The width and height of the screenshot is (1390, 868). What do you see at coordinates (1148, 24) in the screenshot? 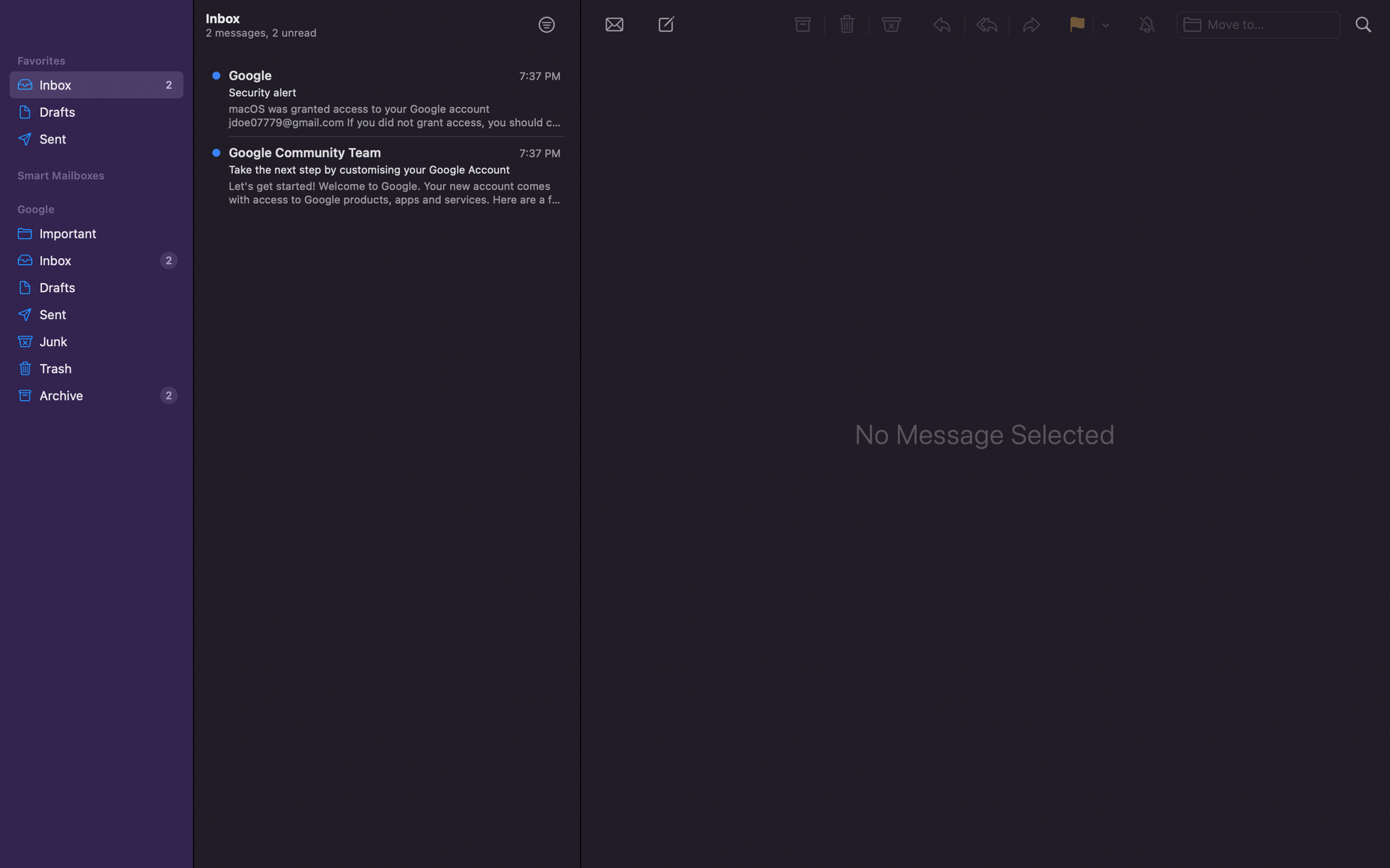
I see `Mute the conversation` at bounding box center [1148, 24].